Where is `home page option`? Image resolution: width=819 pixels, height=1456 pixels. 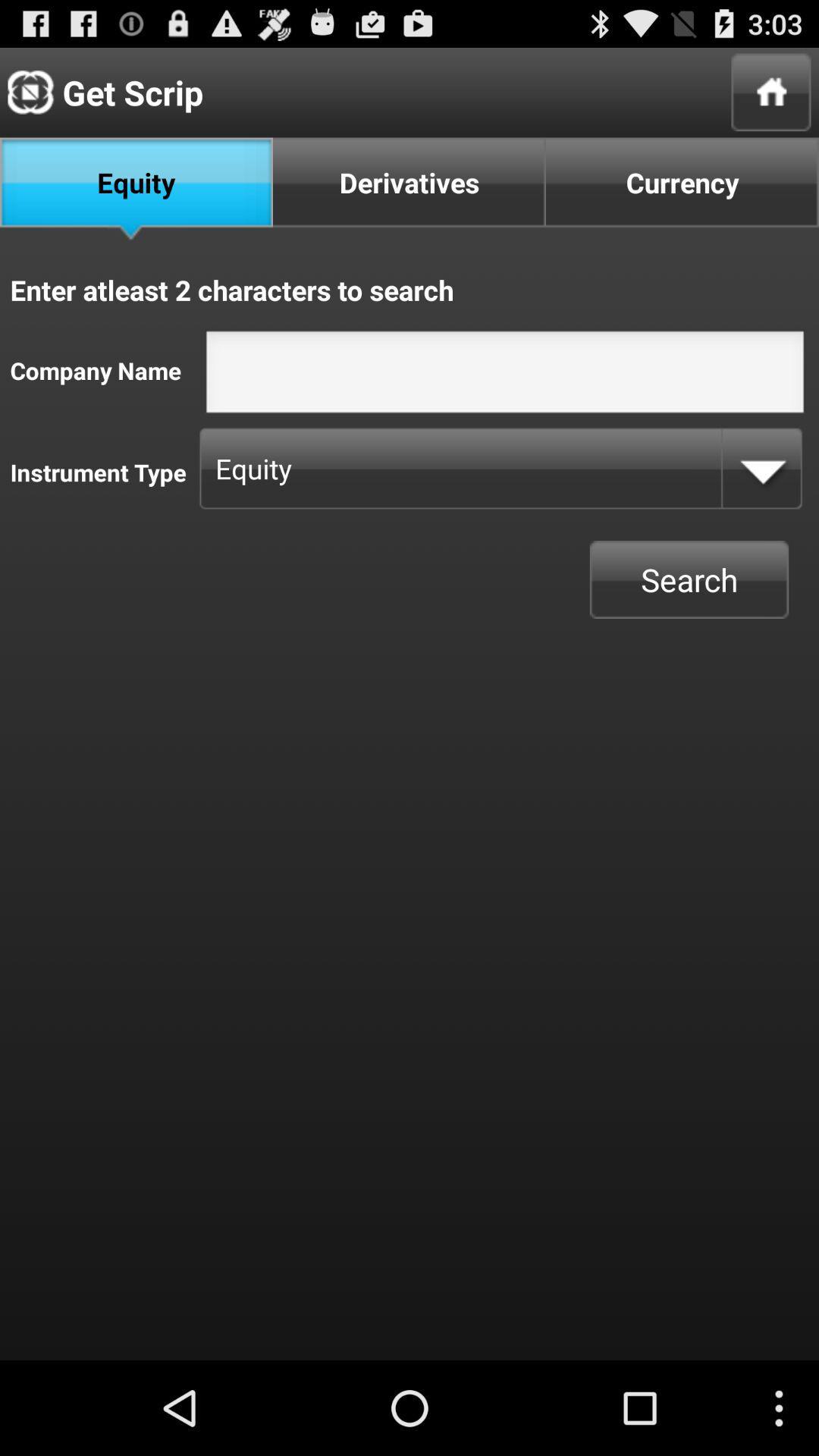 home page option is located at coordinates (771, 91).